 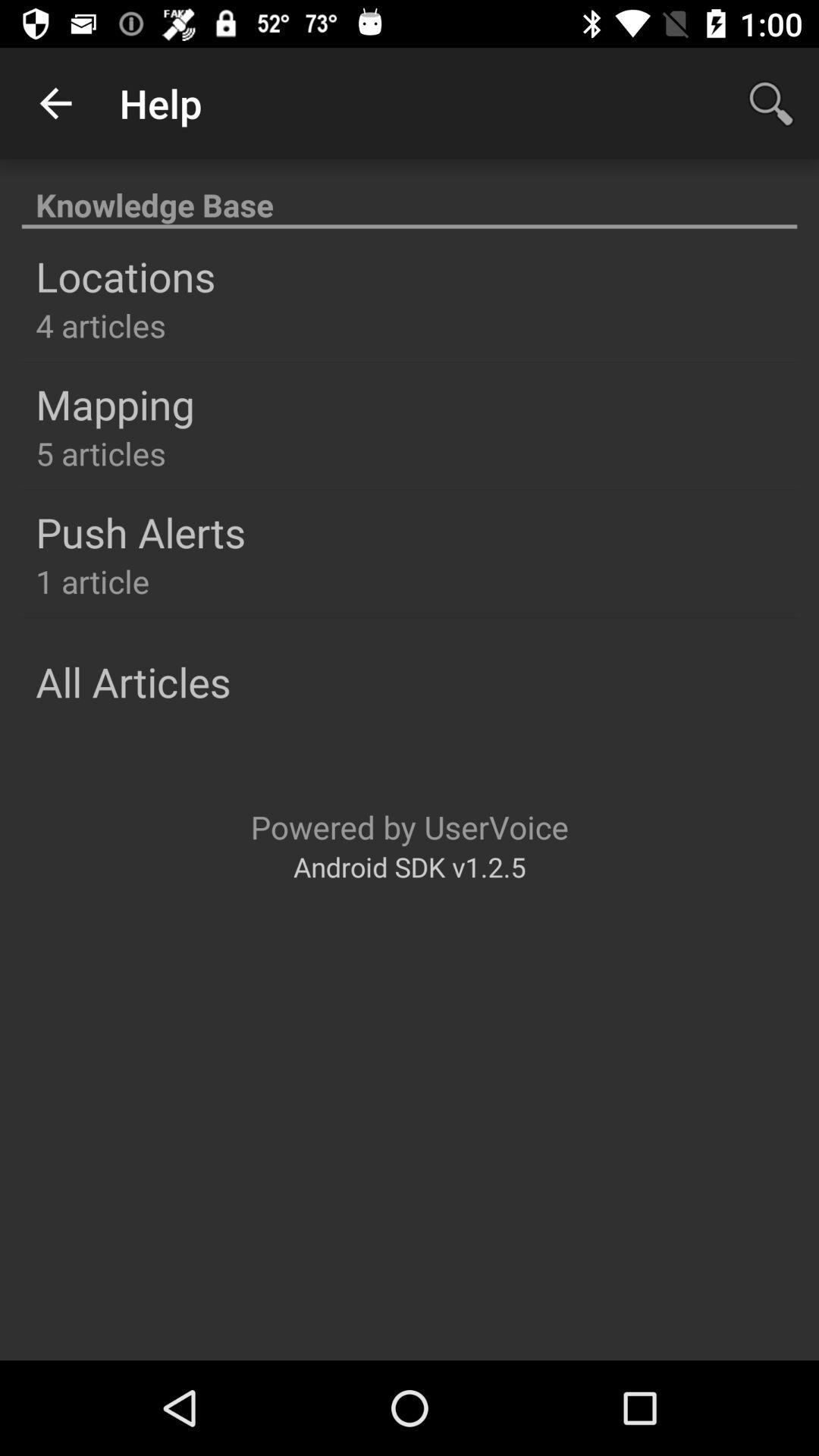 What do you see at coordinates (409, 826) in the screenshot?
I see `icon below the all articles icon` at bounding box center [409, 826].